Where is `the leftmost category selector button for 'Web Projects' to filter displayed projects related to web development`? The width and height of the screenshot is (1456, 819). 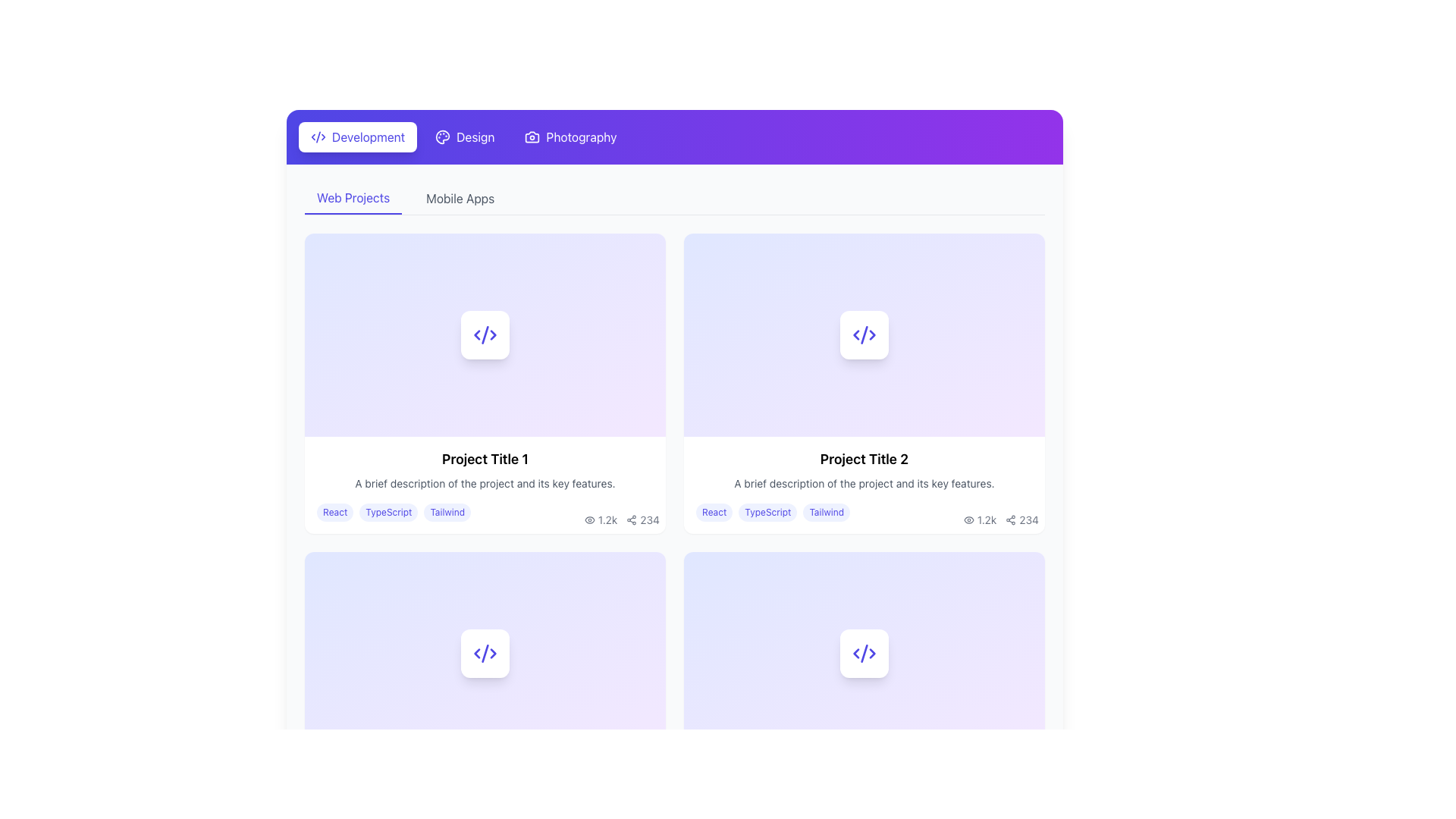
the leftmost category selector button for 'Web Projects' to filter displayed projects related to web development is located at coordinates (352, 198).